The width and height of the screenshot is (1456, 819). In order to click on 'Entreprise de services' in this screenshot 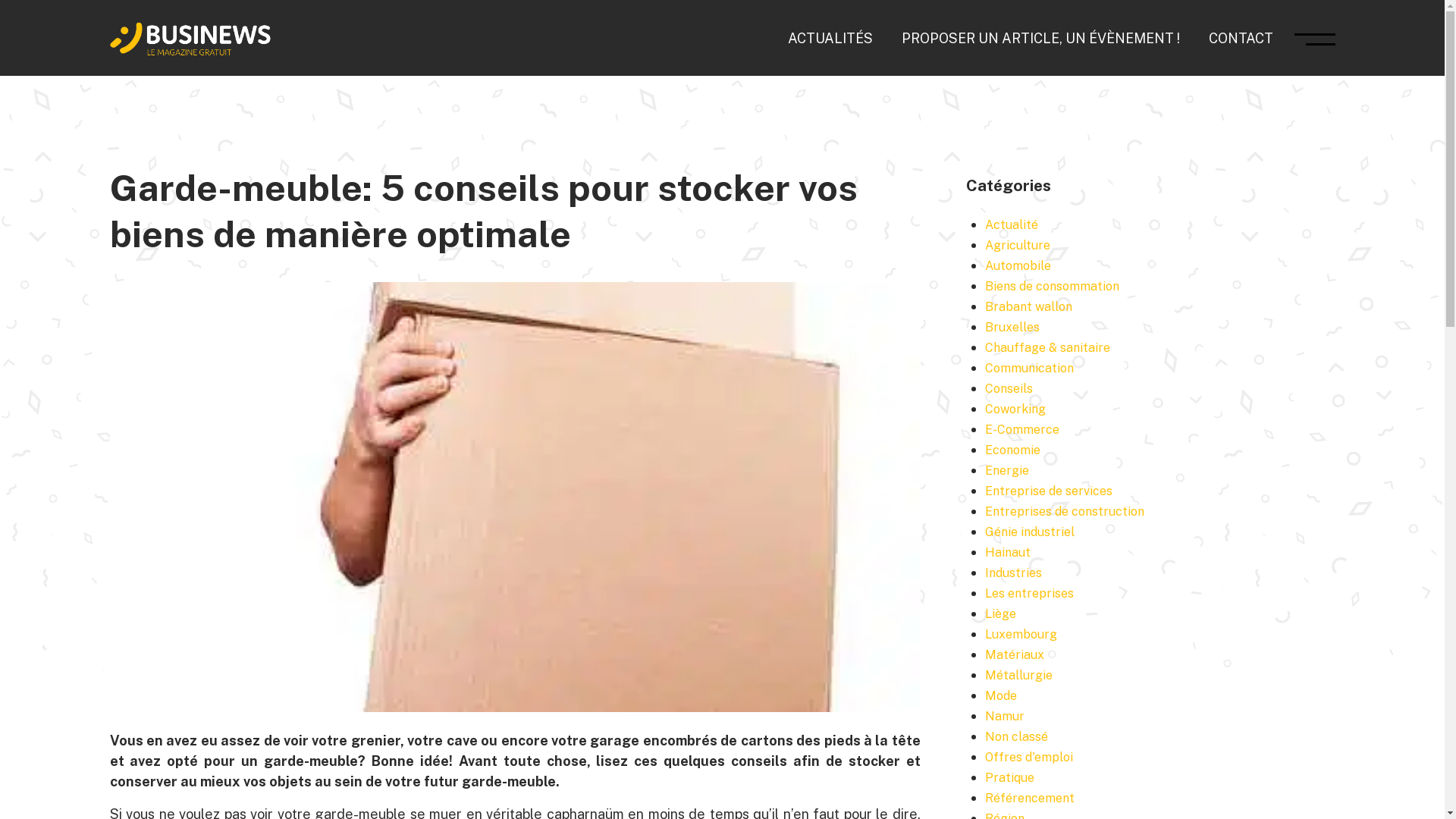, I will do `click(1047, 491)`.